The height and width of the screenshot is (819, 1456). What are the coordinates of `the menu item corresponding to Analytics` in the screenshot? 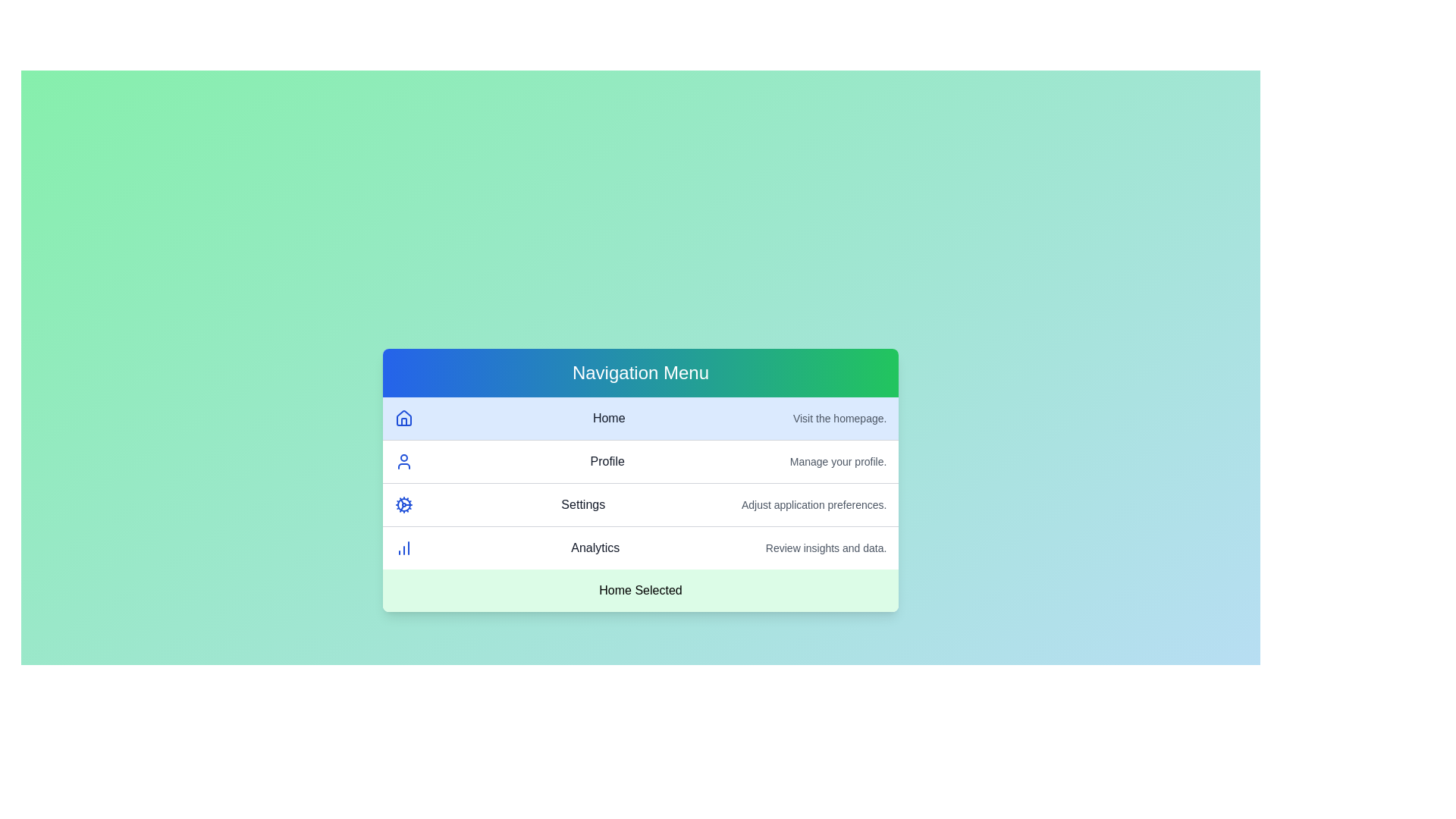 It's located at (640, 547).